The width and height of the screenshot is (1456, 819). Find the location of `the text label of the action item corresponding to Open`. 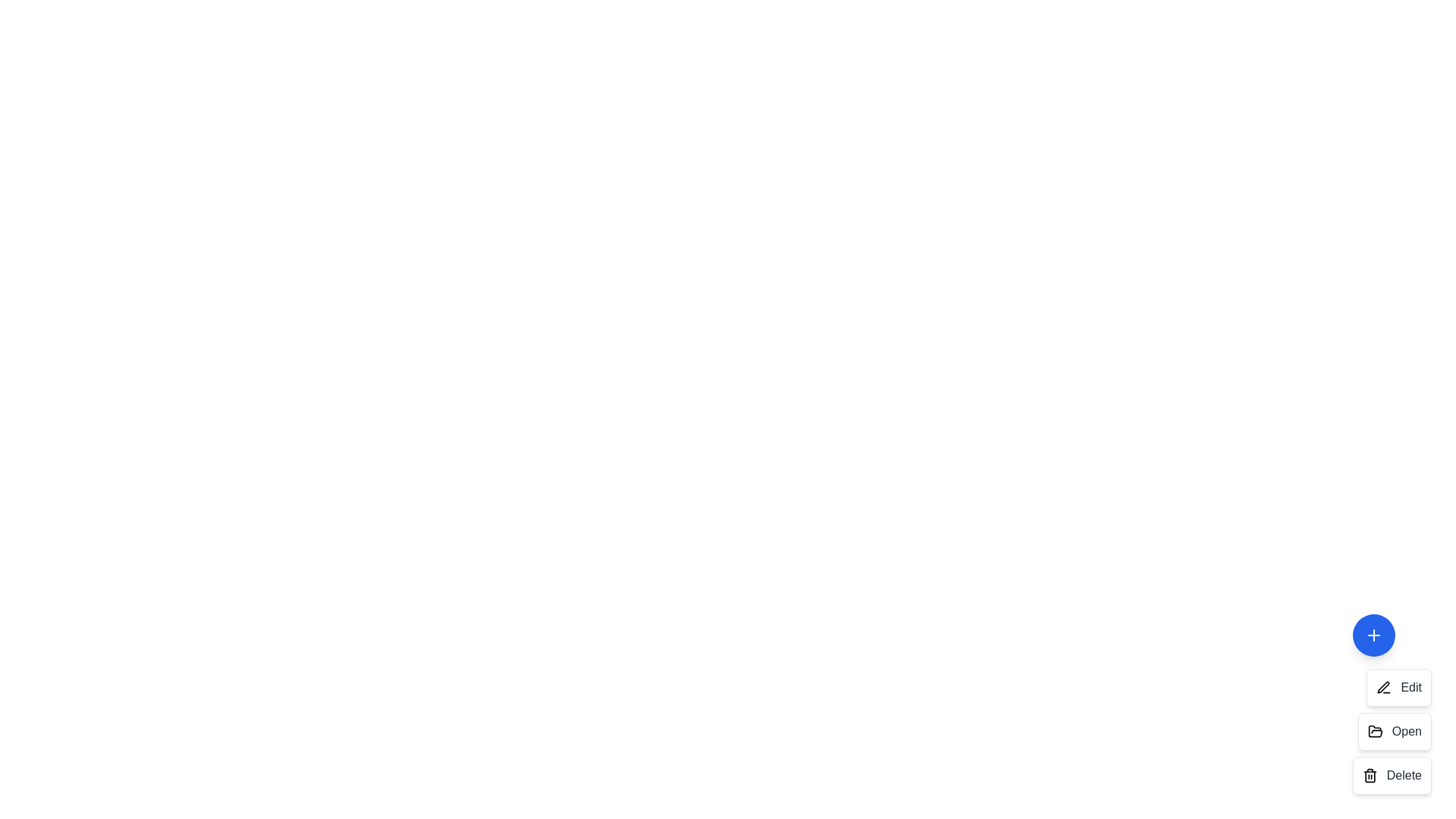

the text label of the action item corresponding to Open is located at coordinates (1405, 730).